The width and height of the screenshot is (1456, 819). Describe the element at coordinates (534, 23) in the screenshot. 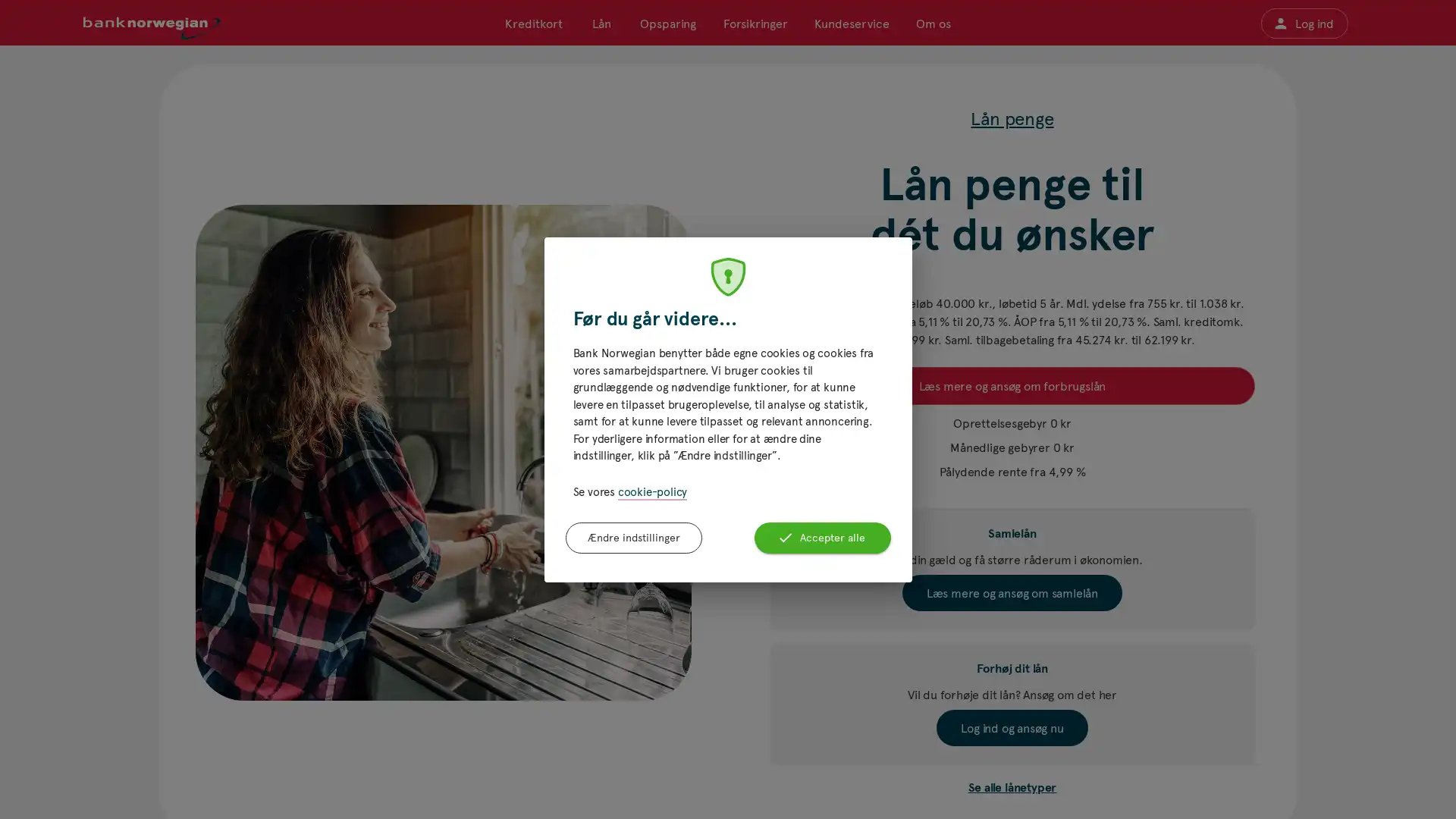

I see `Kreditkort` at that location.